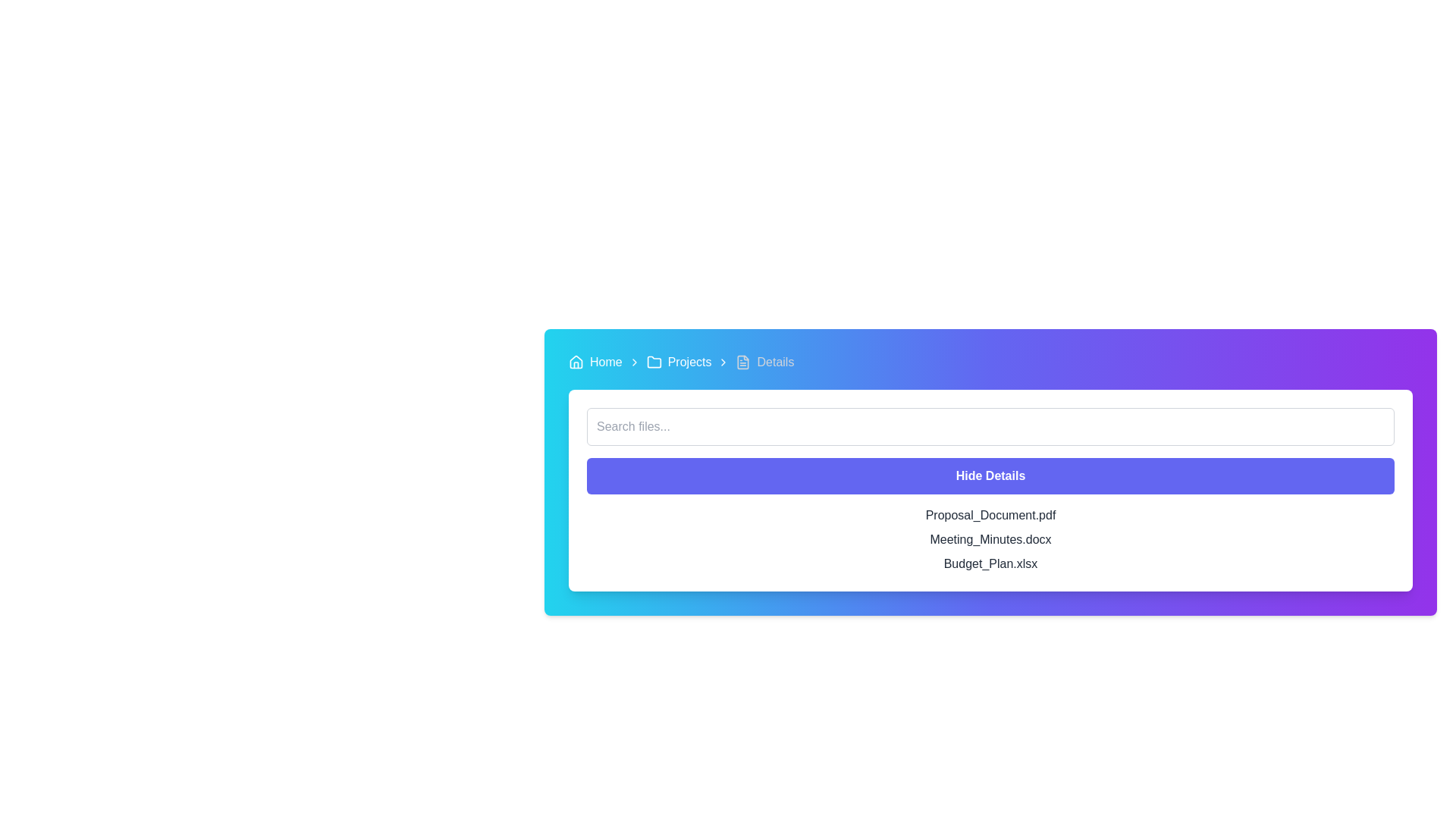 Image resolution: width=1456 pixels, height=819 pixels. Describe the element at coordinates (634, 362) in the screenshot. I see `right-facing chevron icon serving as a separator in the breadcrumb navigation between 'Home' and 'Projects'` at that location.